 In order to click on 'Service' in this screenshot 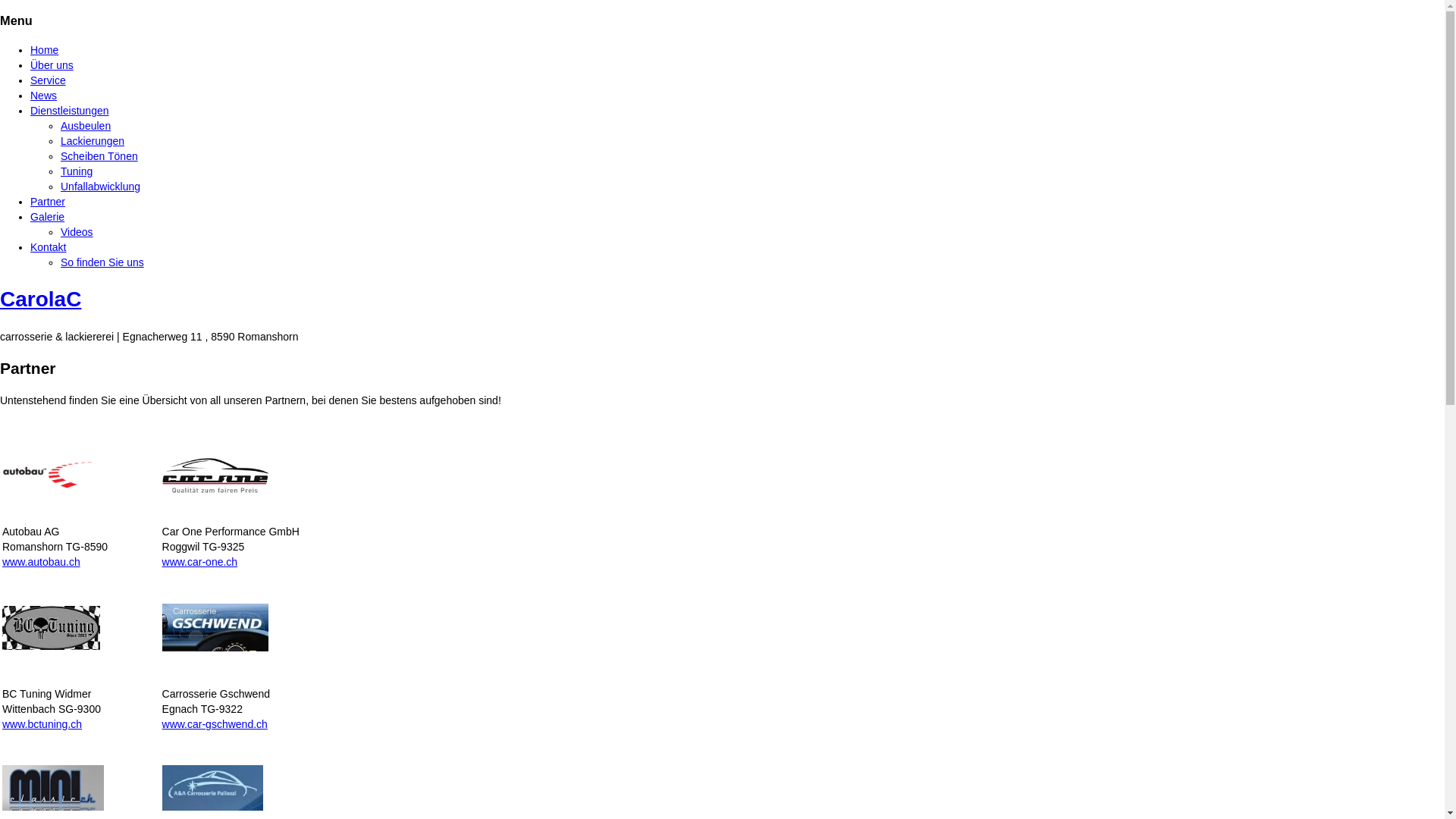, I will do `click(48, 80)`.